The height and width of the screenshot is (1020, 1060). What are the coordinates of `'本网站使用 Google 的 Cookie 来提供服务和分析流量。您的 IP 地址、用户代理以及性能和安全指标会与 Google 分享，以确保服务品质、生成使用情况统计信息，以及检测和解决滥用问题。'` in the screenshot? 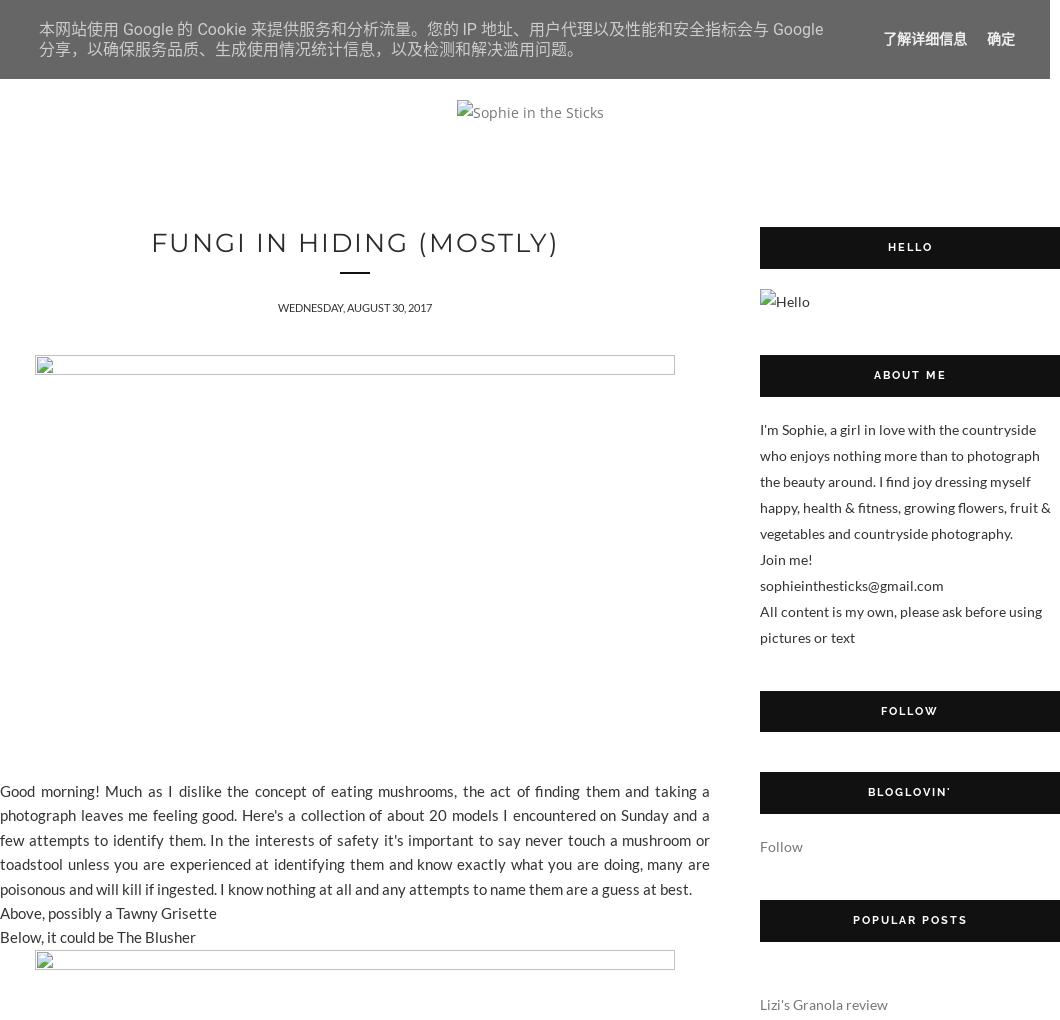 It's located at (429, 37).